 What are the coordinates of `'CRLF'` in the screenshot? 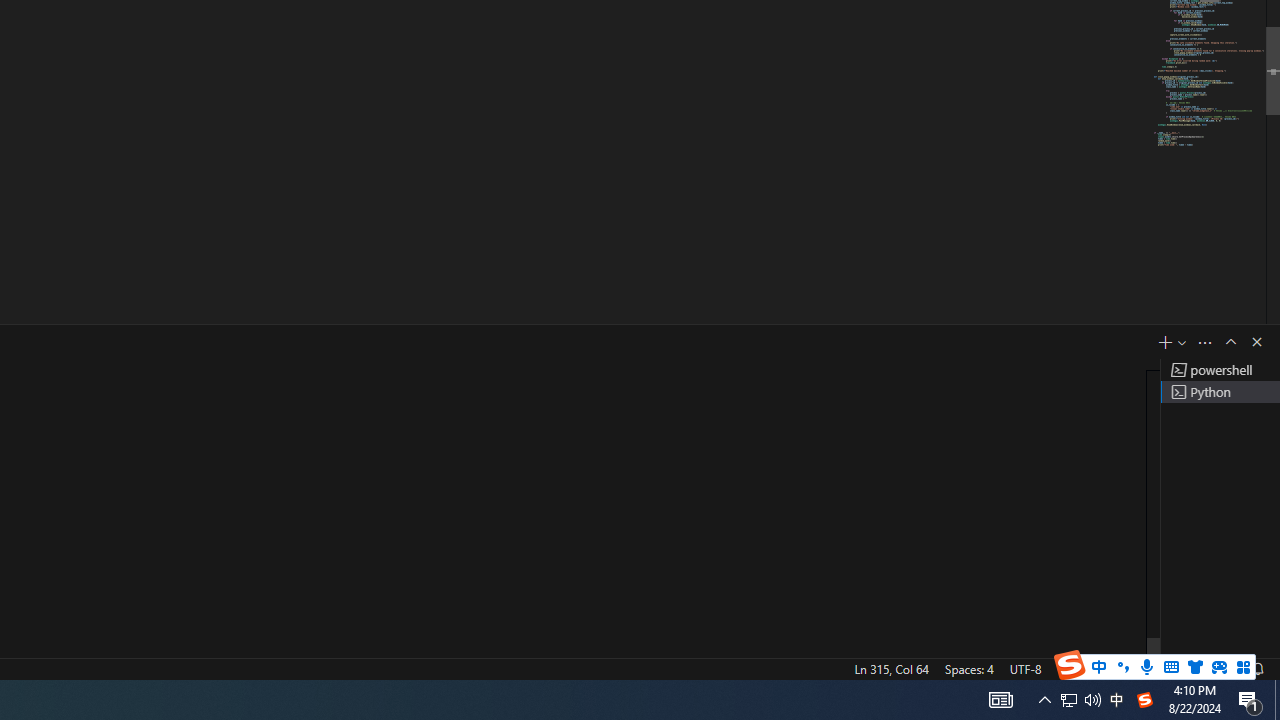 It's located at (1069, 668).